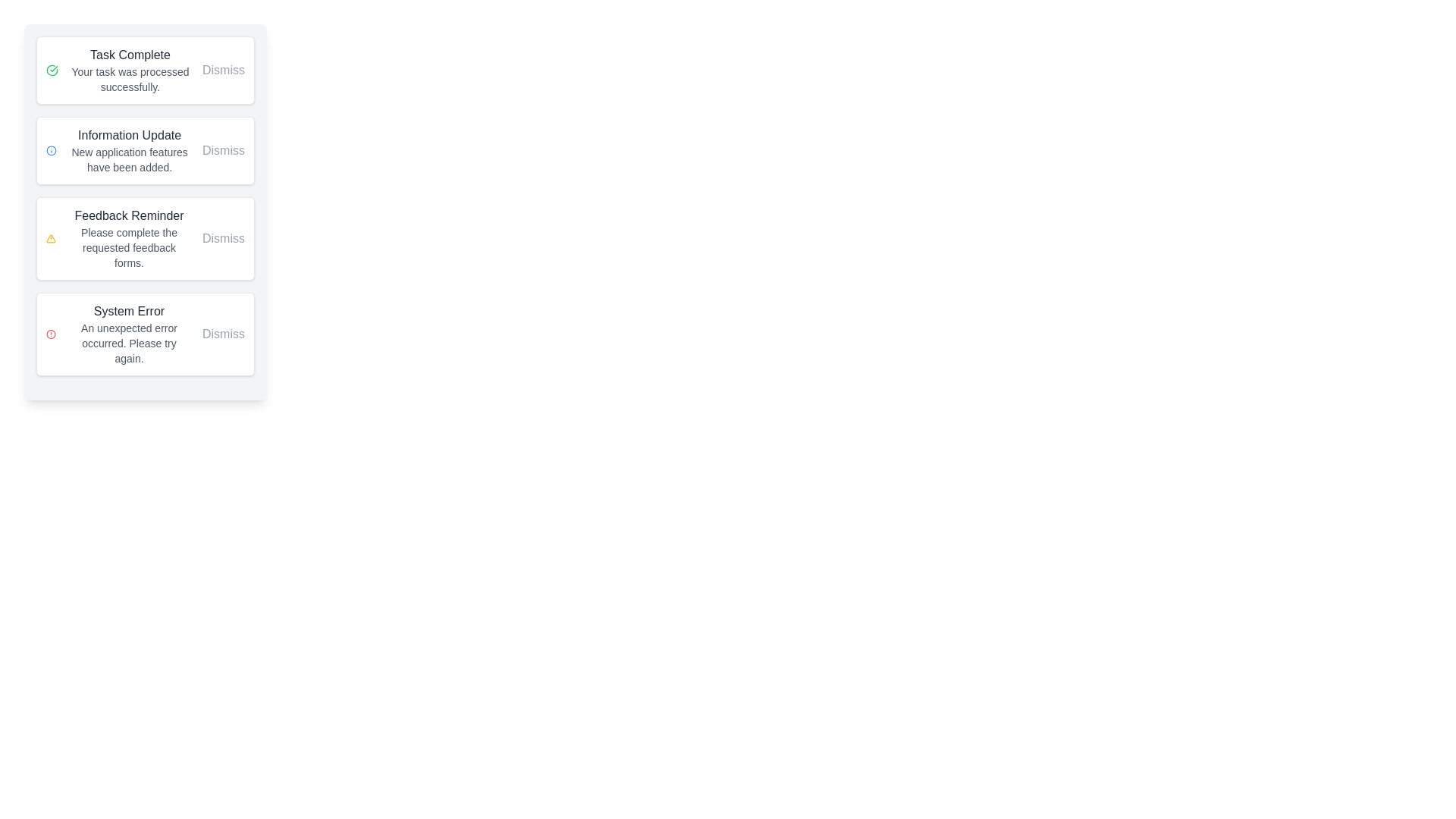  I want to click on message in the Notification card titled 'Information Update', which describes new application features, so click(146, 151).